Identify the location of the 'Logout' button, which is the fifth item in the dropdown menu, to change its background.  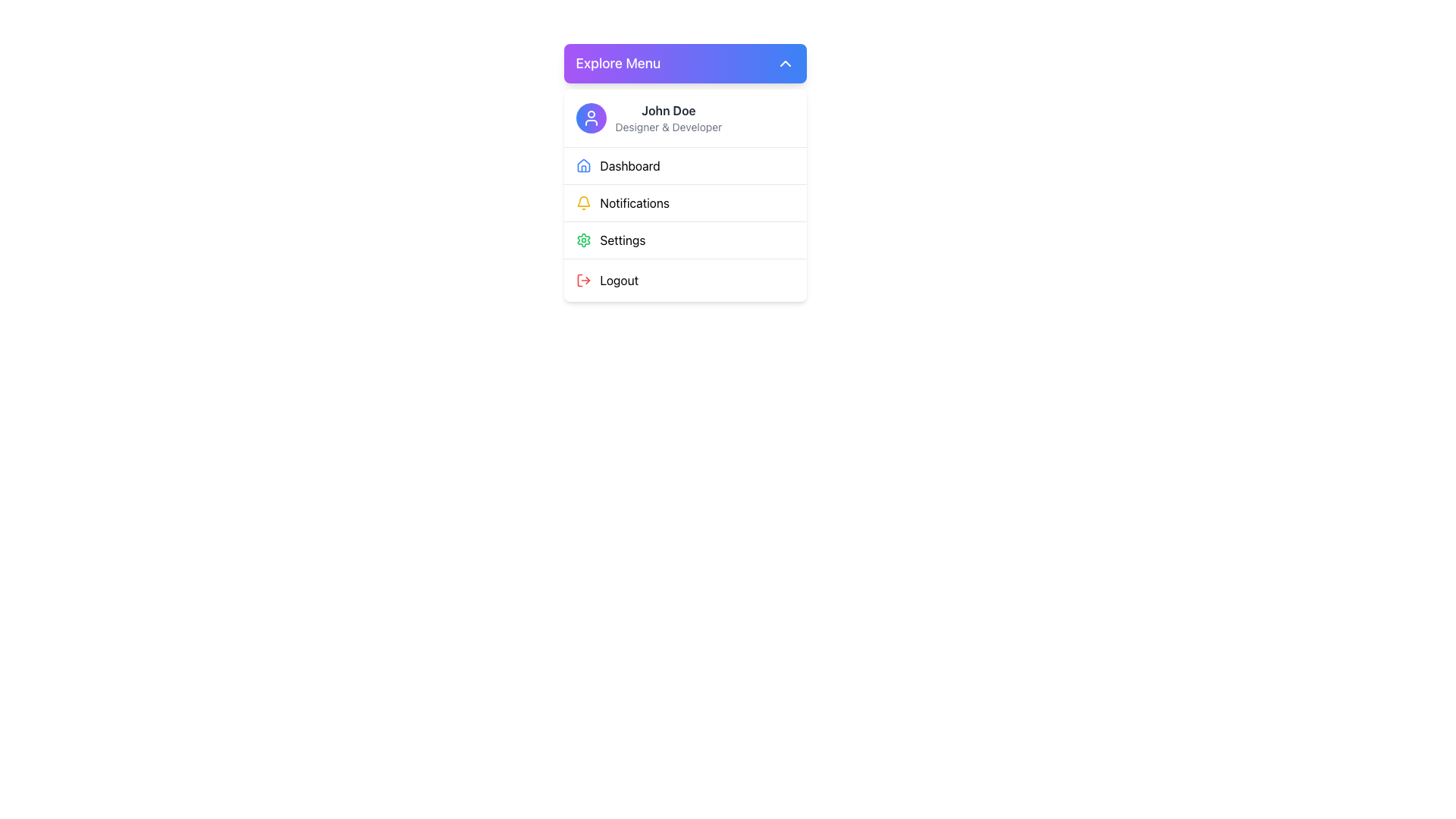
(684, 280).